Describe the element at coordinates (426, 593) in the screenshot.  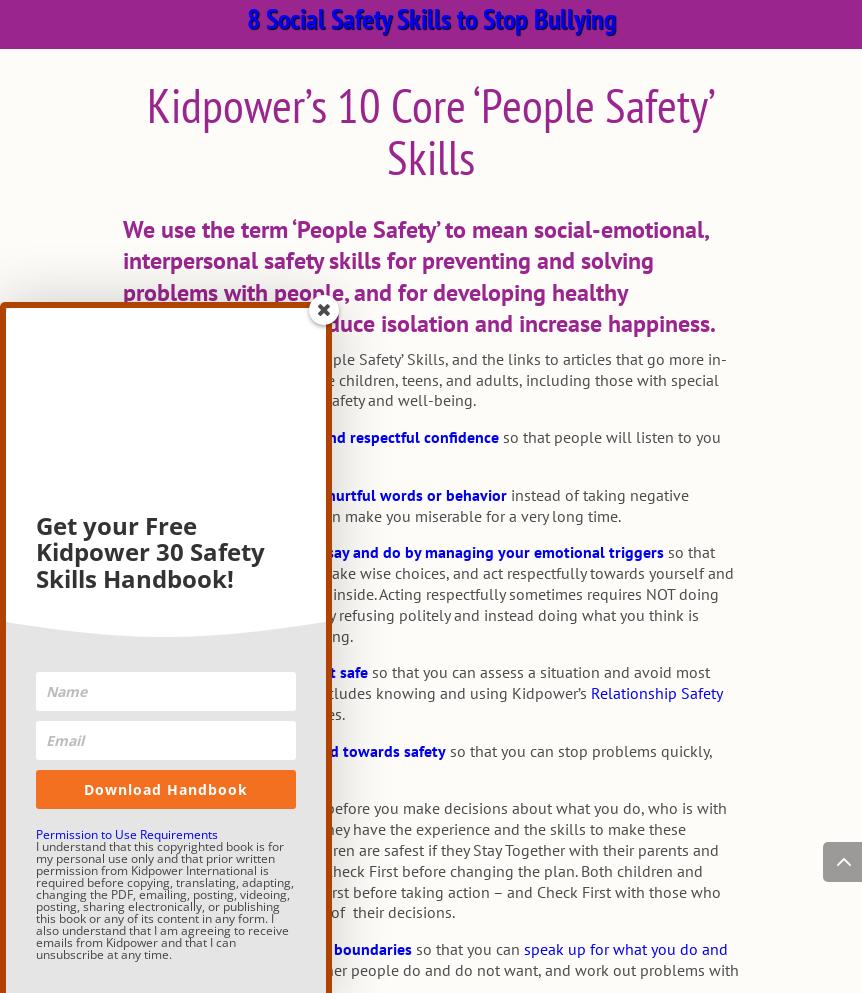
I see `'so that you are able to think clearly, make wise choices, and act respectfully towards yourself and others no matter how you feel inside. Acting respectfully sometimes requires NOT doing what someone wants you to by refusing politely and instead doing what you think is safest or best for your well-being.'` at that location.